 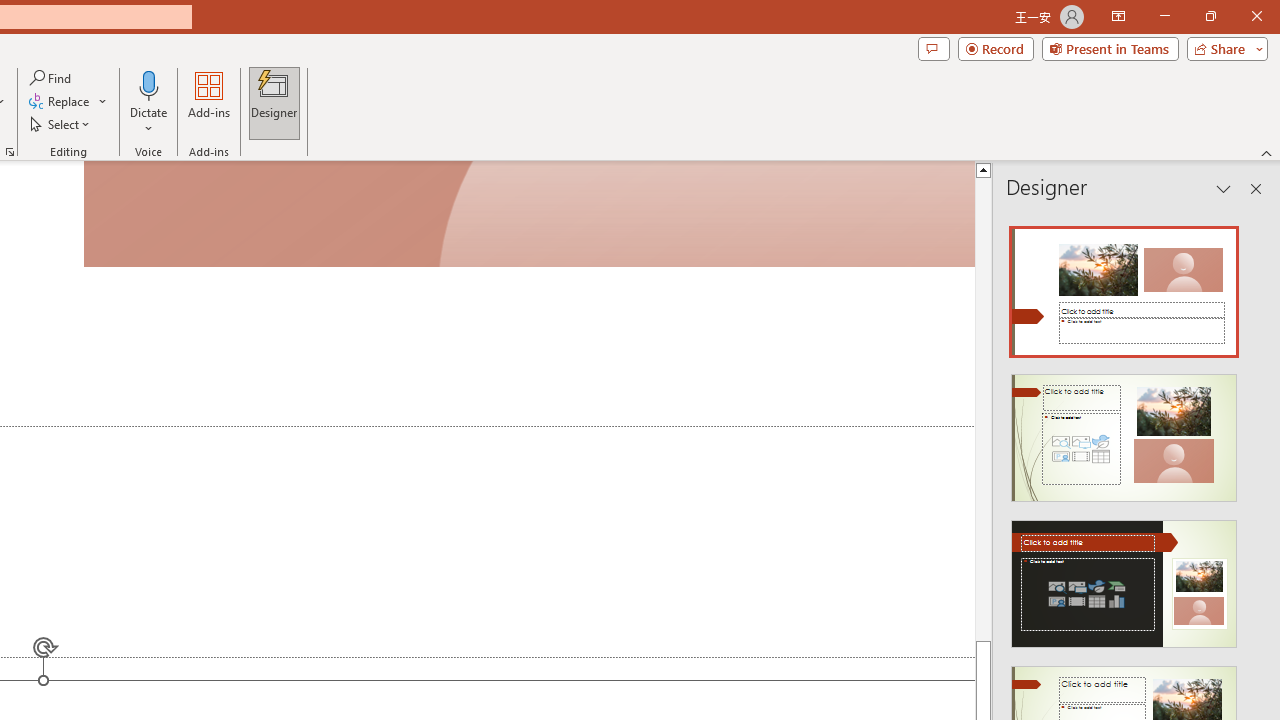 I want to click on 'More Options', so click(x=148, y=121).